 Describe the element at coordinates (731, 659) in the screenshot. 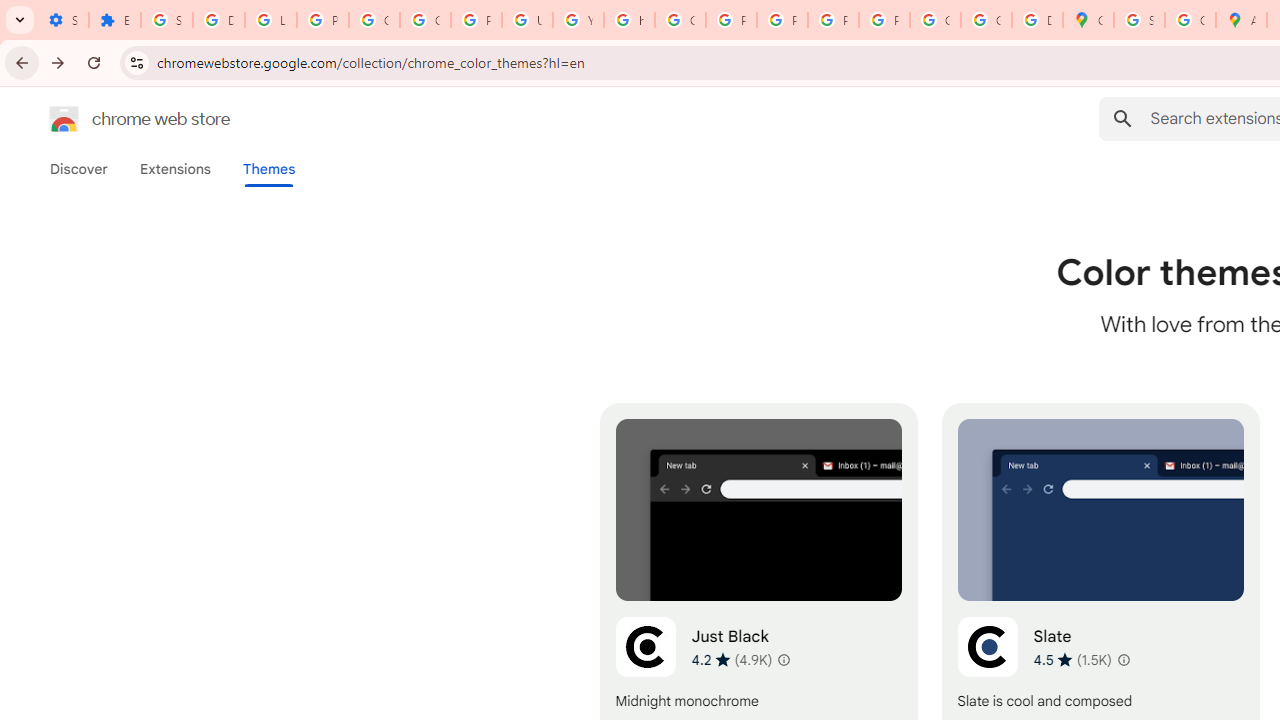

I see `'Average rating 4.2 out of 5 stars. 4.9K ratings.'` at that location.